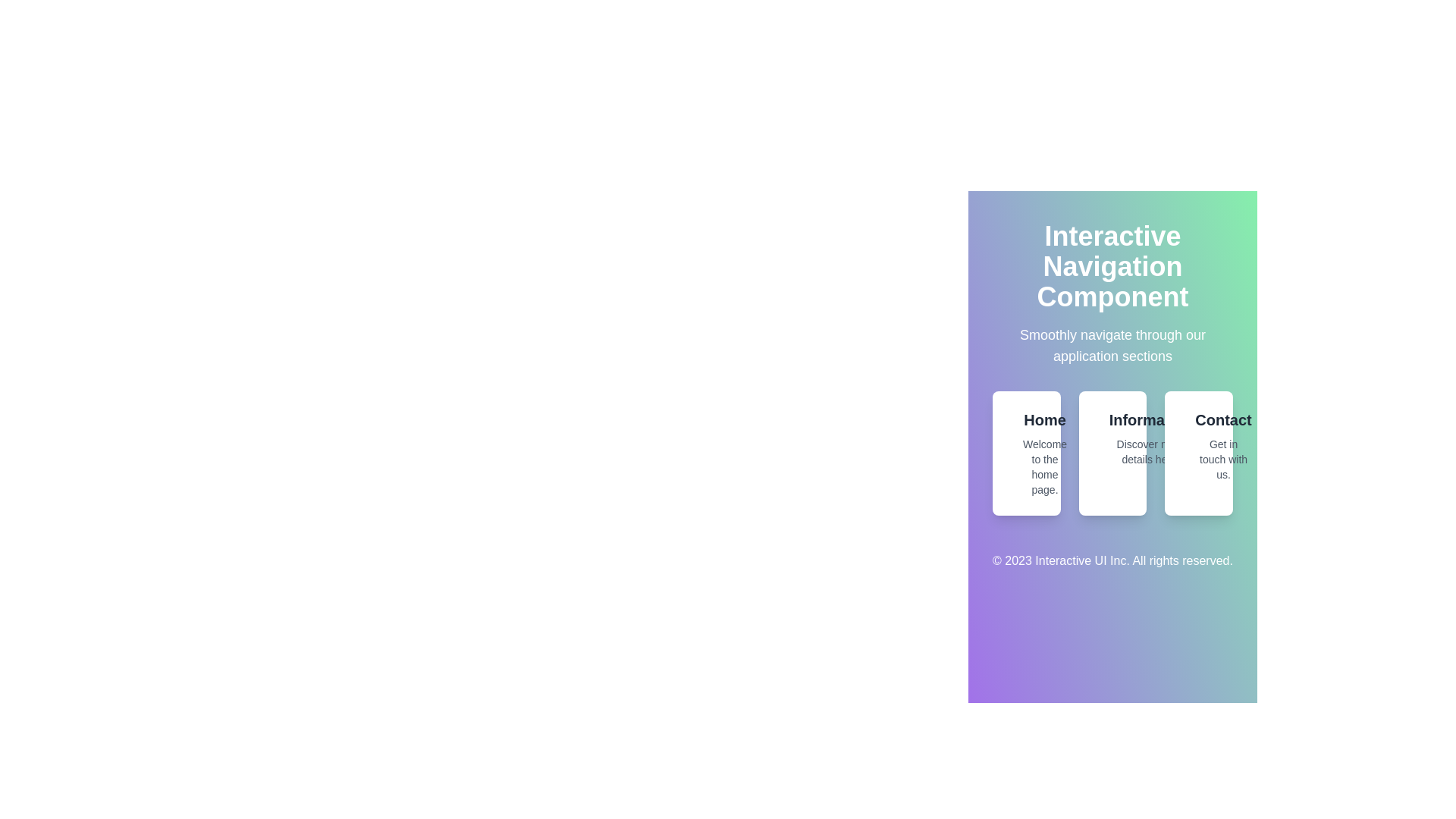 Image resolution: width=1456 pixels, height=819 pixels. What do you see at coordinates (1223, 444) in the screenshot?
I see `the text element titled 'Contact' which includes the subtext 'Get in touch with us.' by moving the cursor to its center point` at bounding box center [1223, 444].